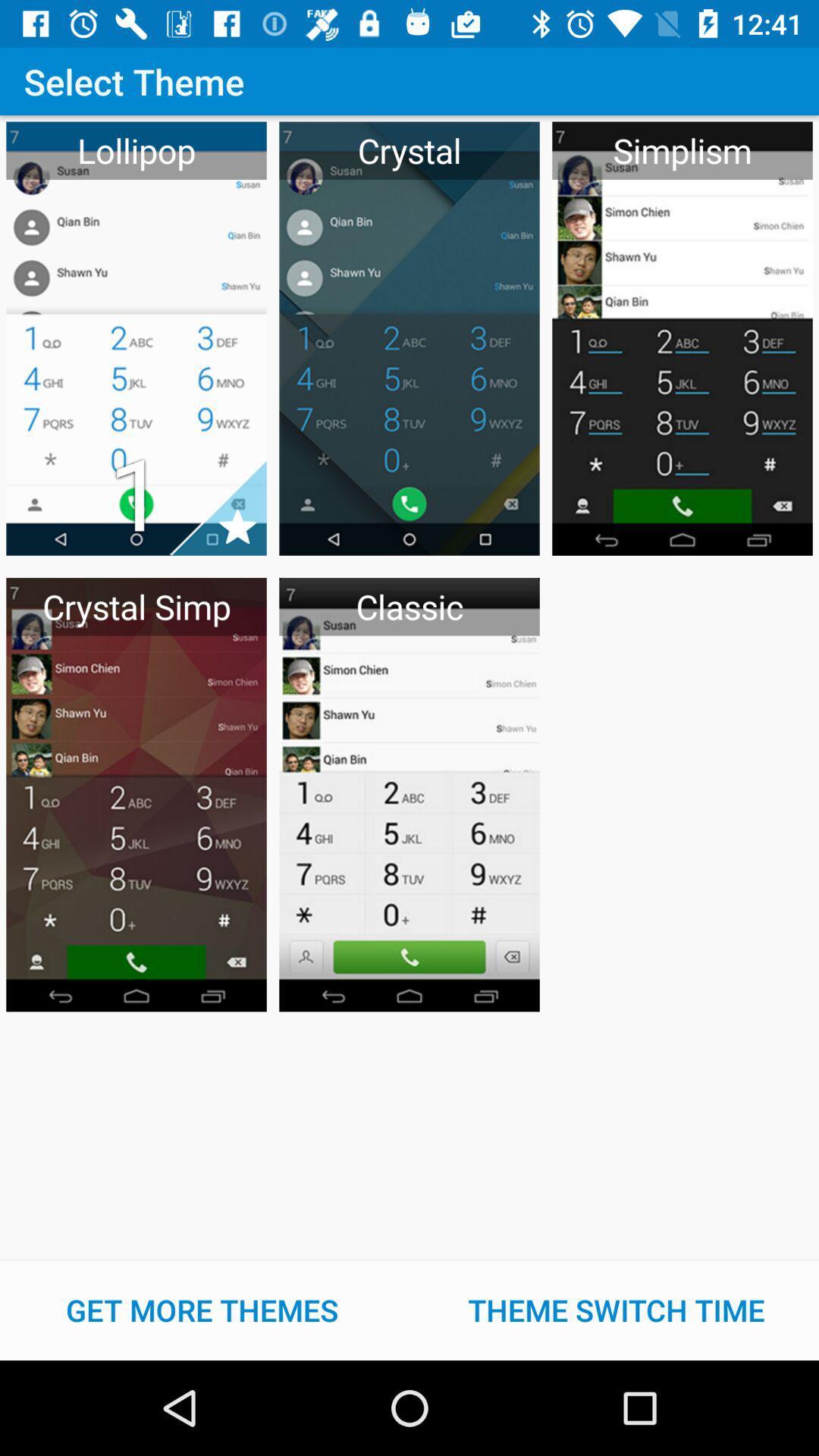  I want to click on the item to the right of the get more themes button, so click(617, 1310).